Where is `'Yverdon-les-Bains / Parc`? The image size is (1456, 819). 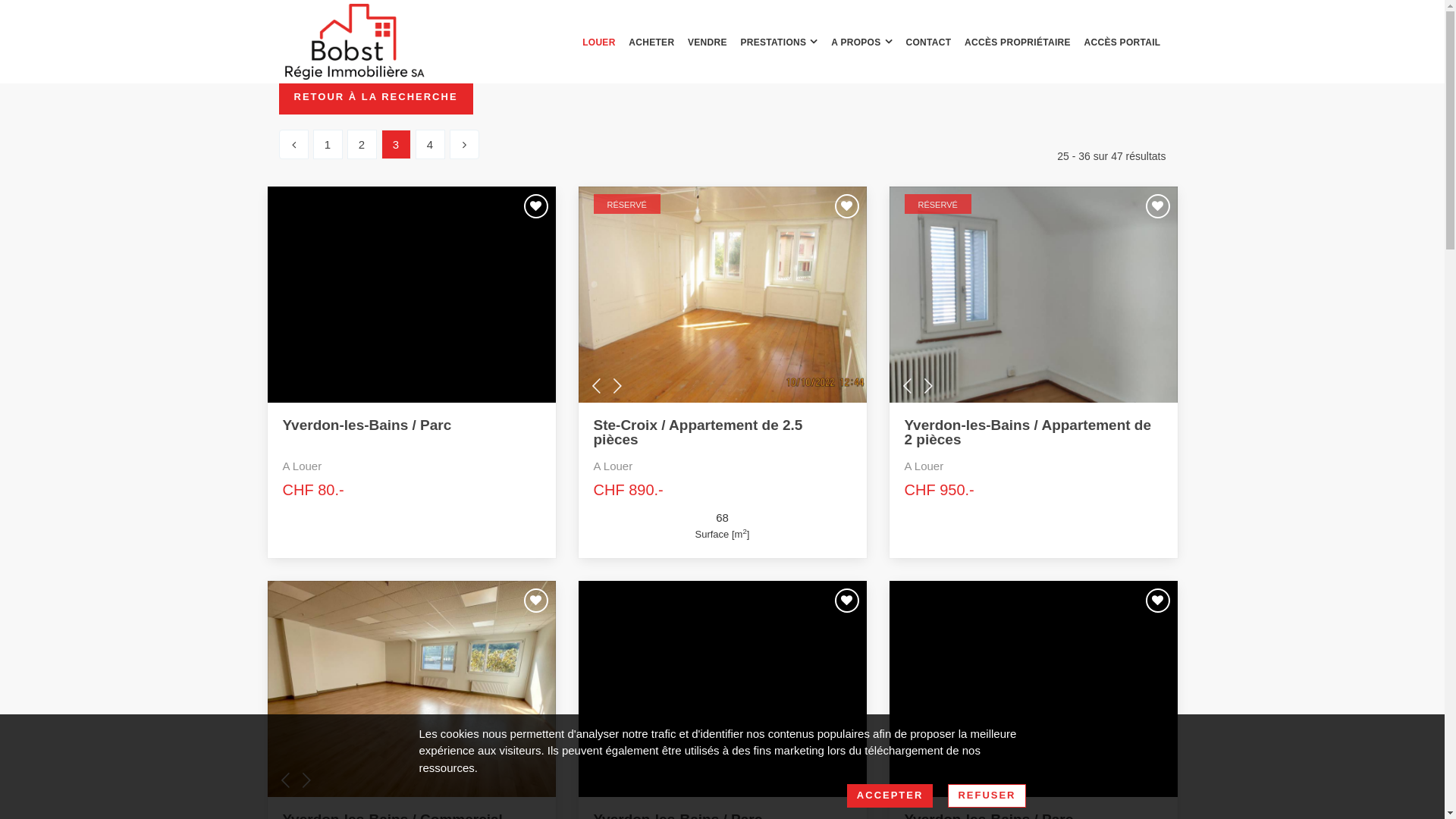 'Yverdon-les-Bains / Parc is located at coordinates (411, 457).